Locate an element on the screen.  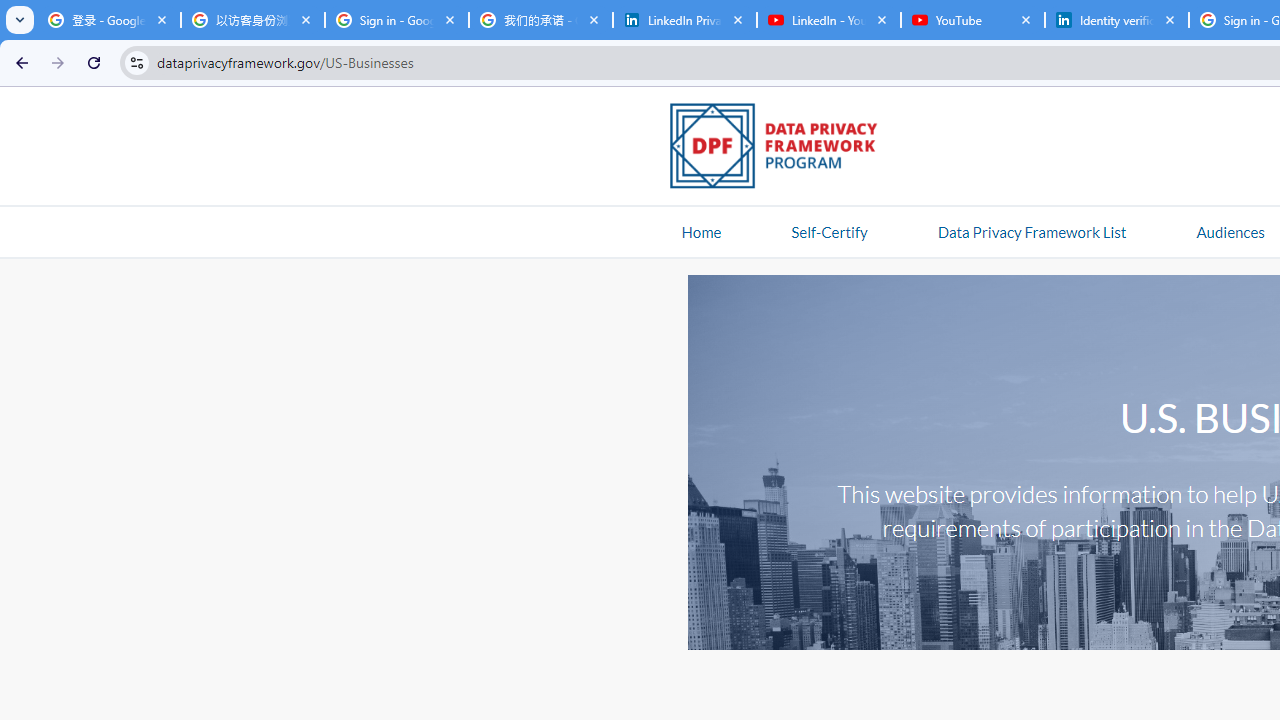
'Audiences' is located at coordinates (1229, 230).